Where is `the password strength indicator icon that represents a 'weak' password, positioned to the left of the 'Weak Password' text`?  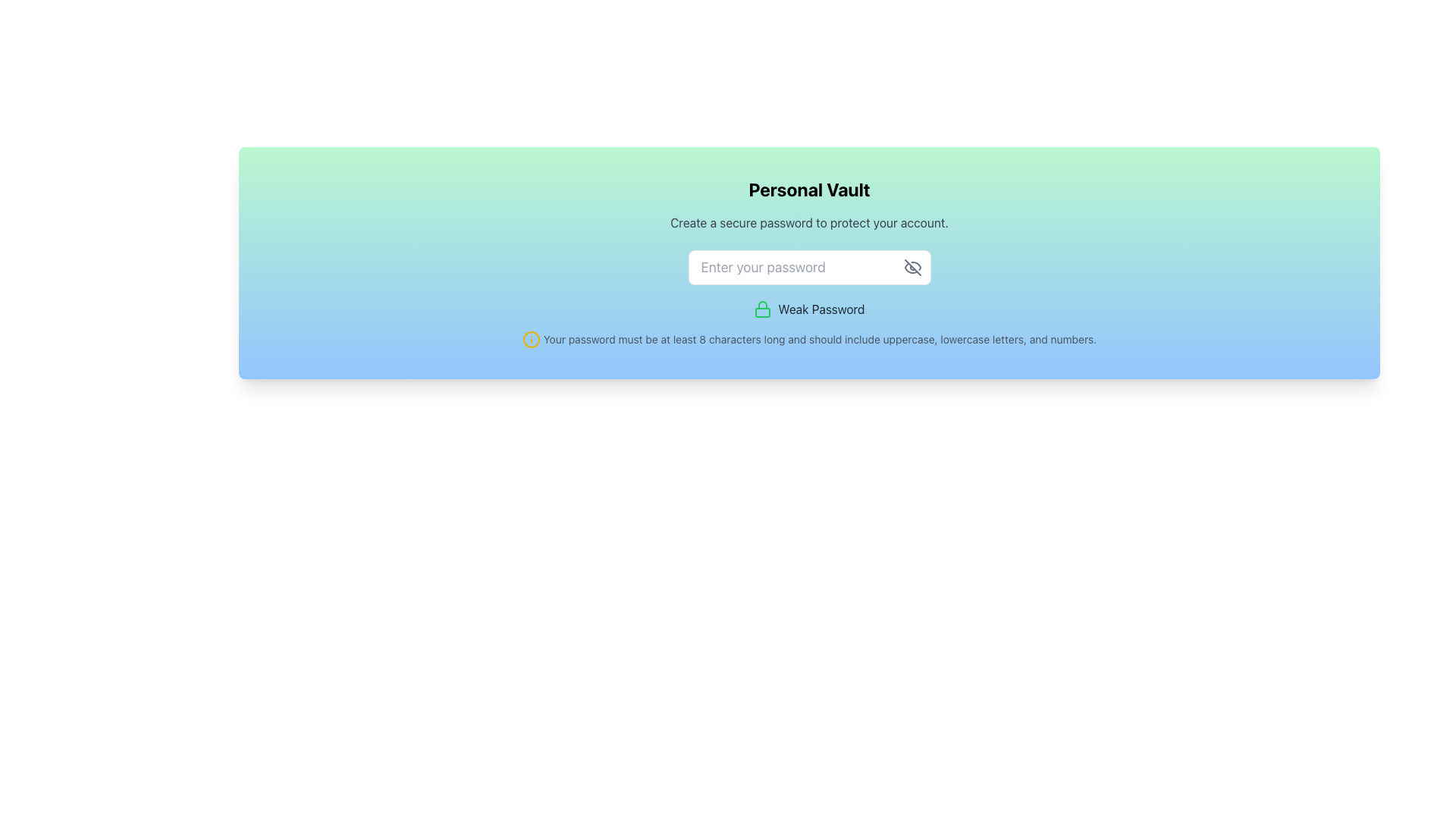 the password strength indicator icon that represents a 'weak' password, positioned to the left of the 'Weak Password' text is located at coordinates (763, 309).